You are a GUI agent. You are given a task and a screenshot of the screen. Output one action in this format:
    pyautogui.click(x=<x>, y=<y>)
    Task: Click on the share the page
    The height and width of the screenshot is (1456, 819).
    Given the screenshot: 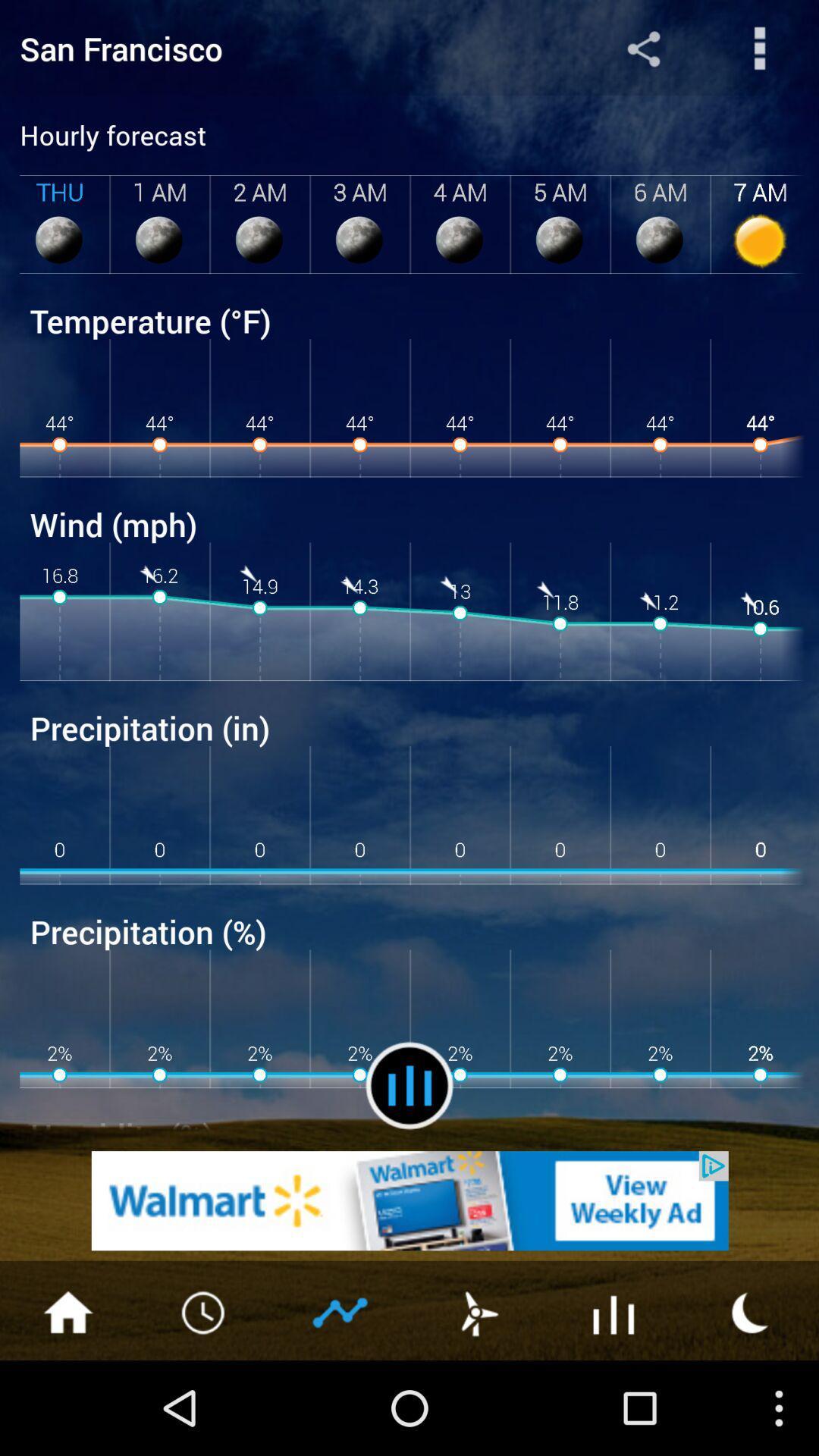 What is the action you would take?
    pyautogui.click(x=643, y=48)
    